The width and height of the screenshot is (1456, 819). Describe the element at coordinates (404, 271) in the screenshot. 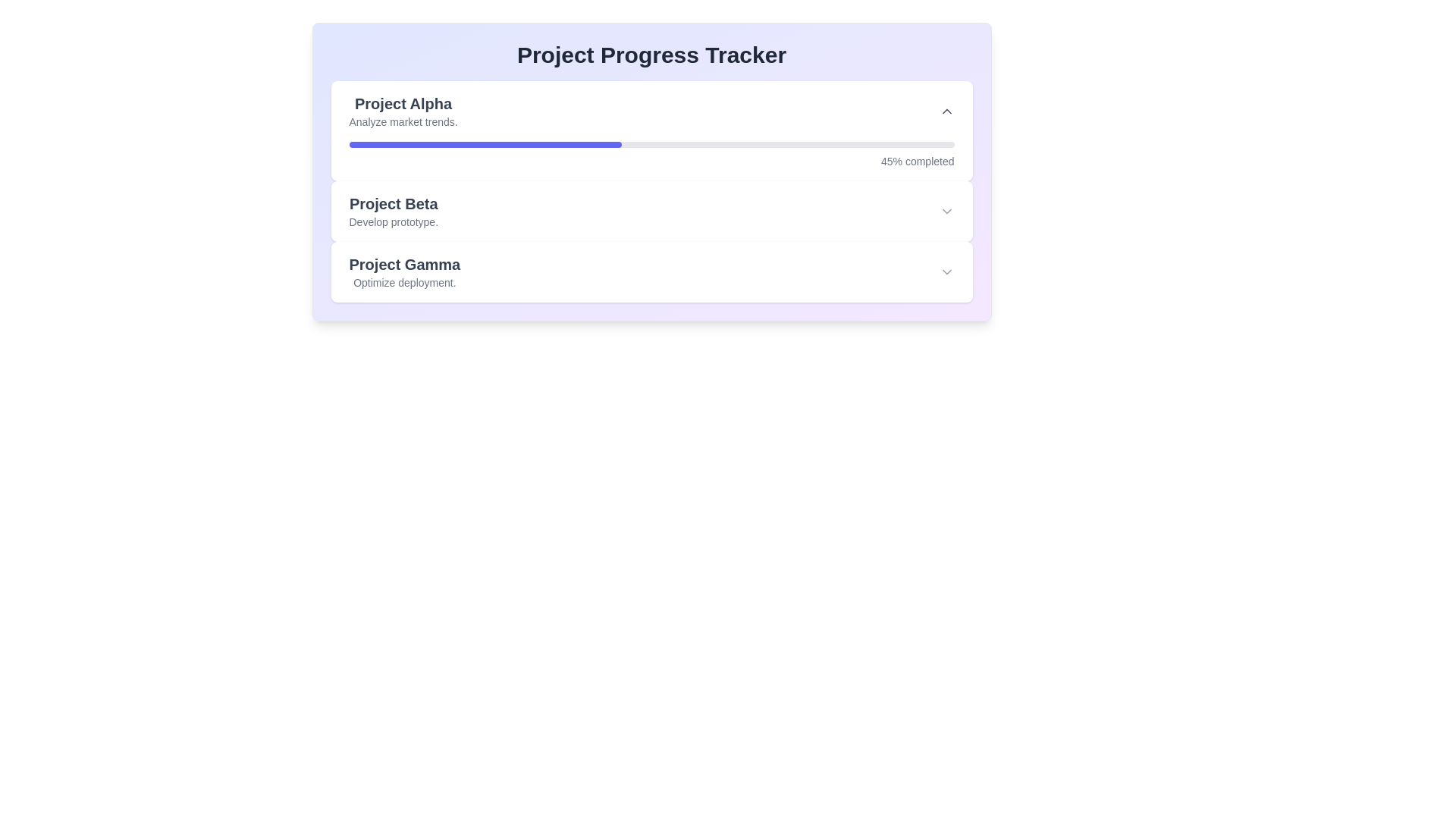

I see `the text block displaying 'Project Gamma' and 'Optimize deployment.' located in the lower section of 'Project Progress Tracker'` at that location.